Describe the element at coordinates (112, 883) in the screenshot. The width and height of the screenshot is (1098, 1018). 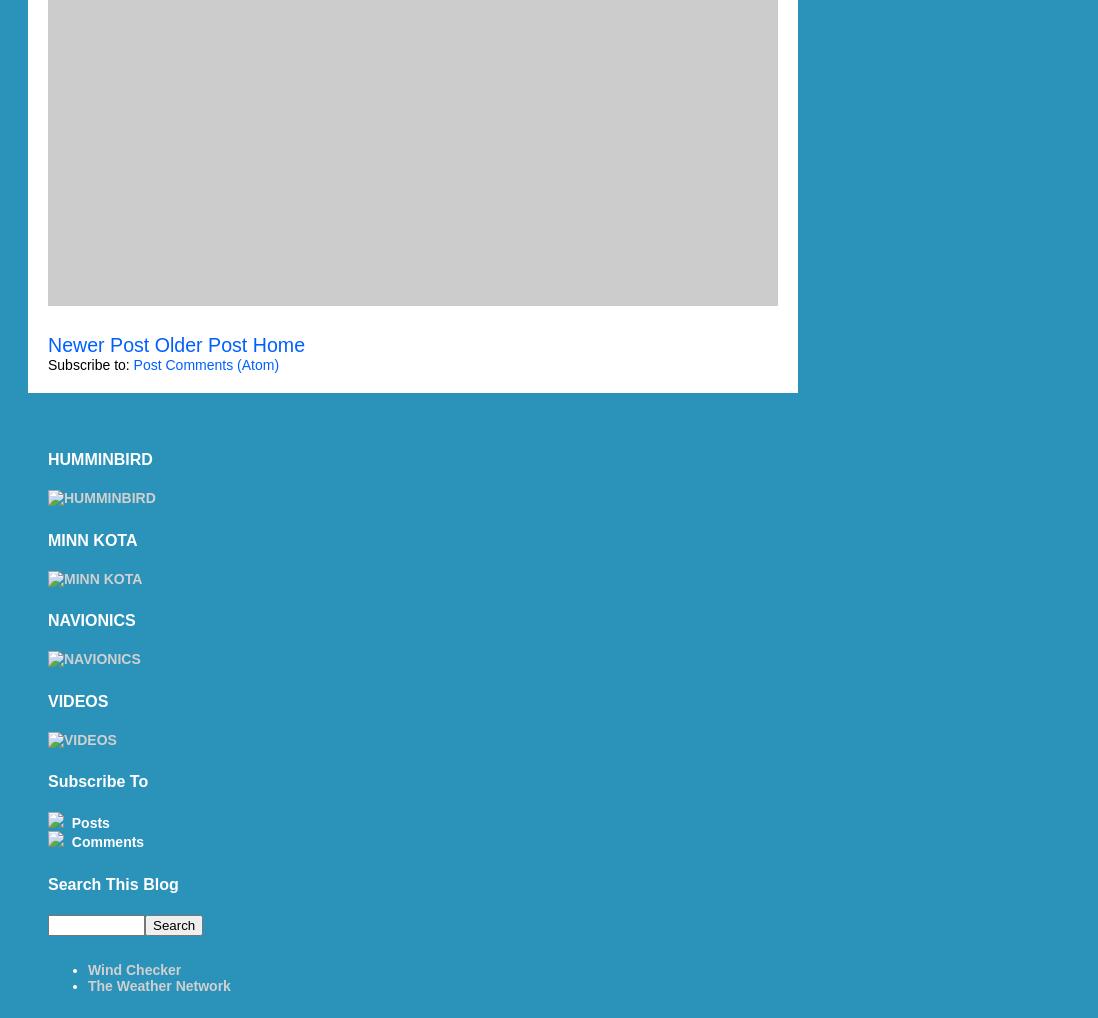
I see `'Search This Blog'` at that location.